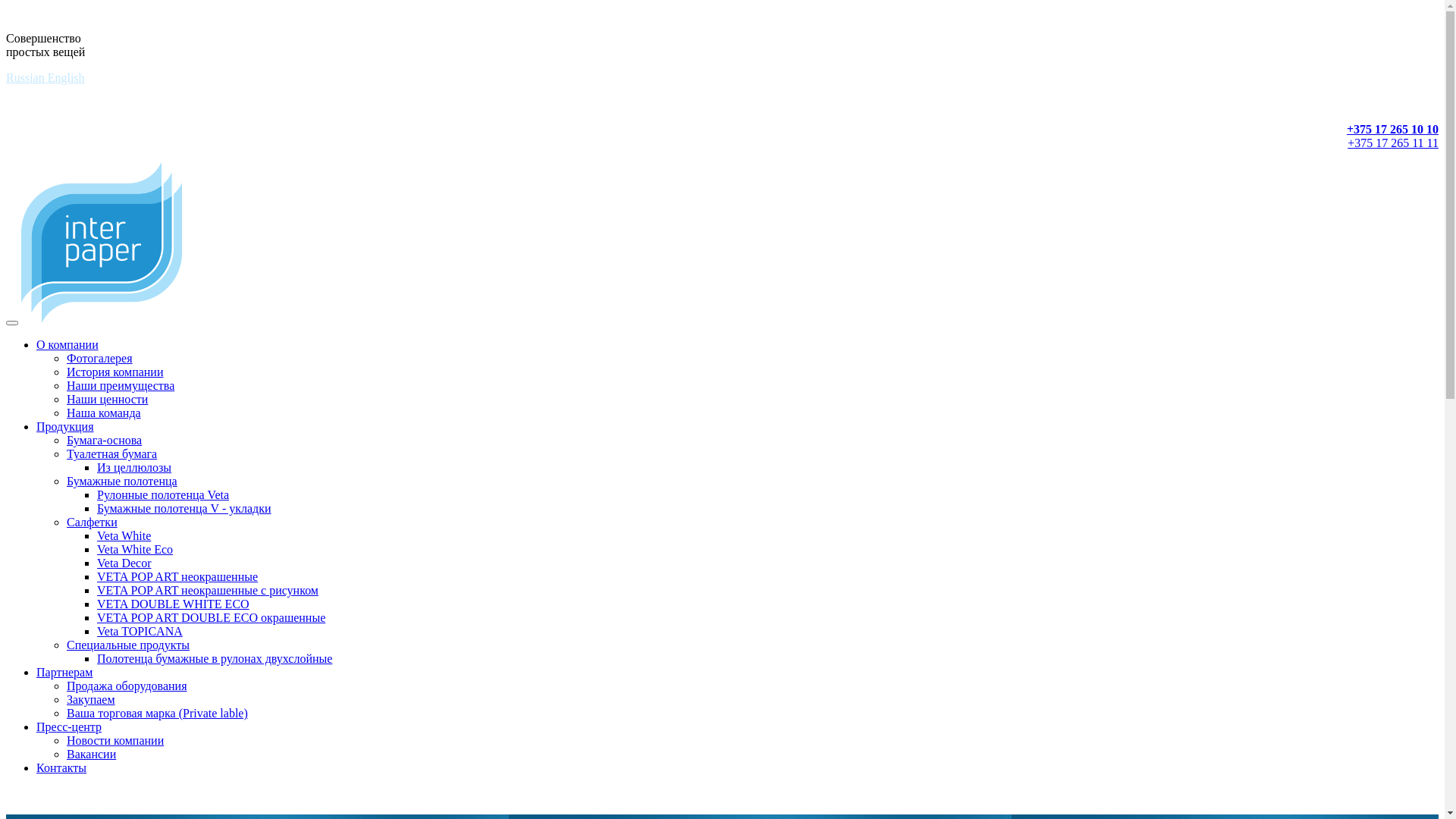 This screenshot has width=1456, height=819. Describe the element at coordinates (1393, 143) in the screenshot. I see `'+375 17 265 11 11'` at that location.